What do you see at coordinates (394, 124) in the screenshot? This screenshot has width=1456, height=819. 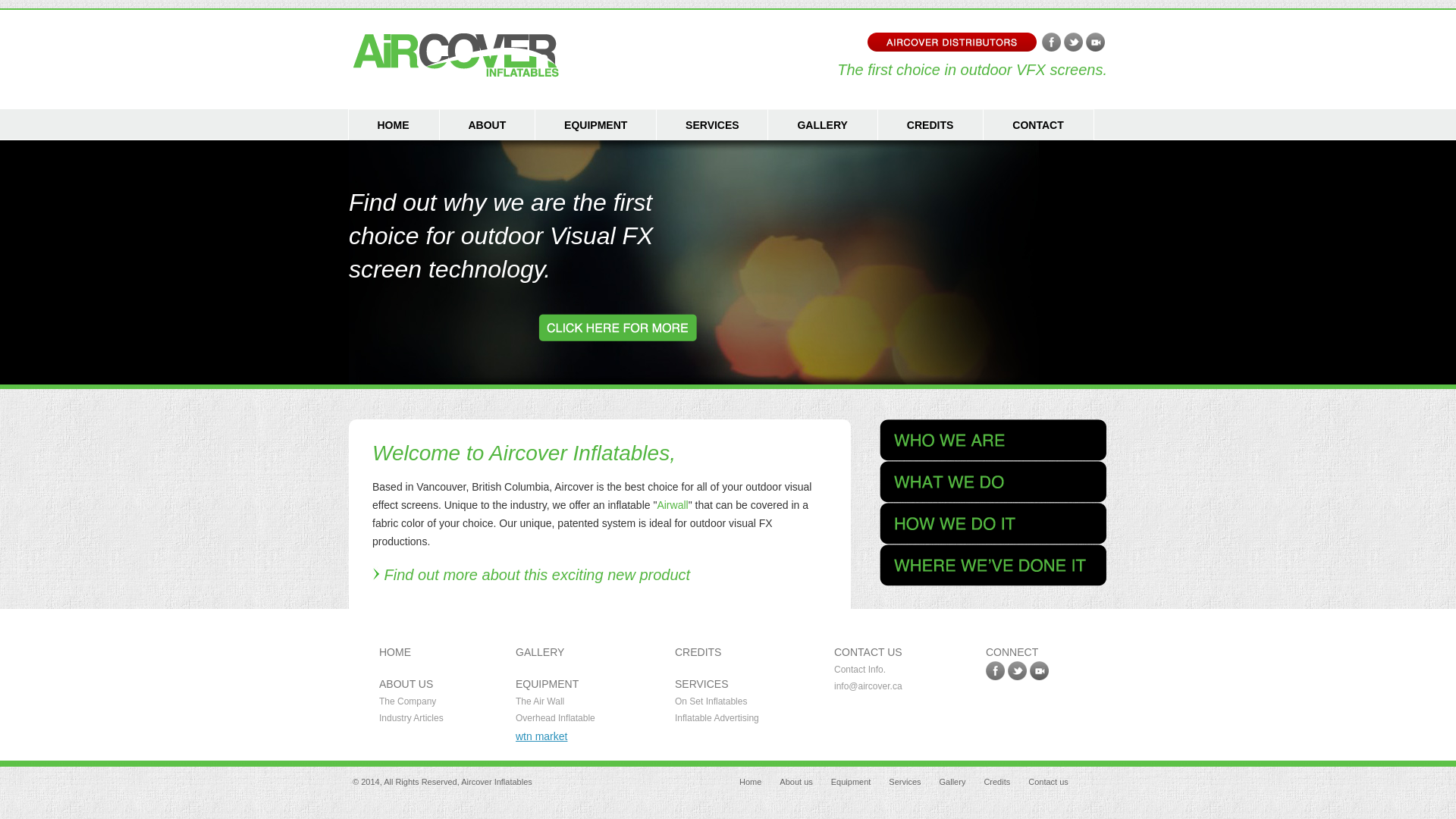 I see `'HOME'` at bounding box center [394, 124].